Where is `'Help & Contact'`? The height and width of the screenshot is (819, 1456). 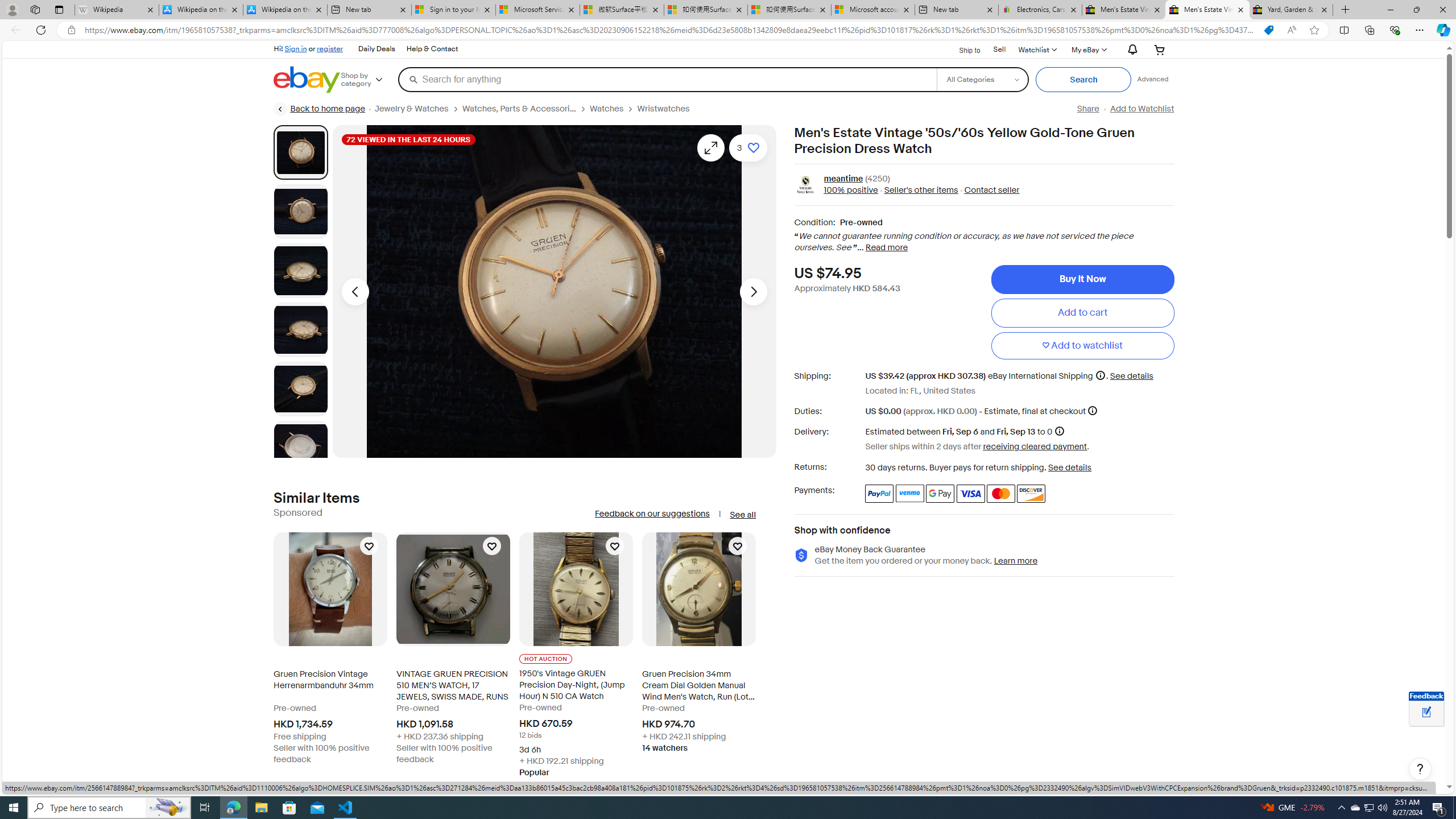
'Help & Contact' is located at coordinates (432, 49).